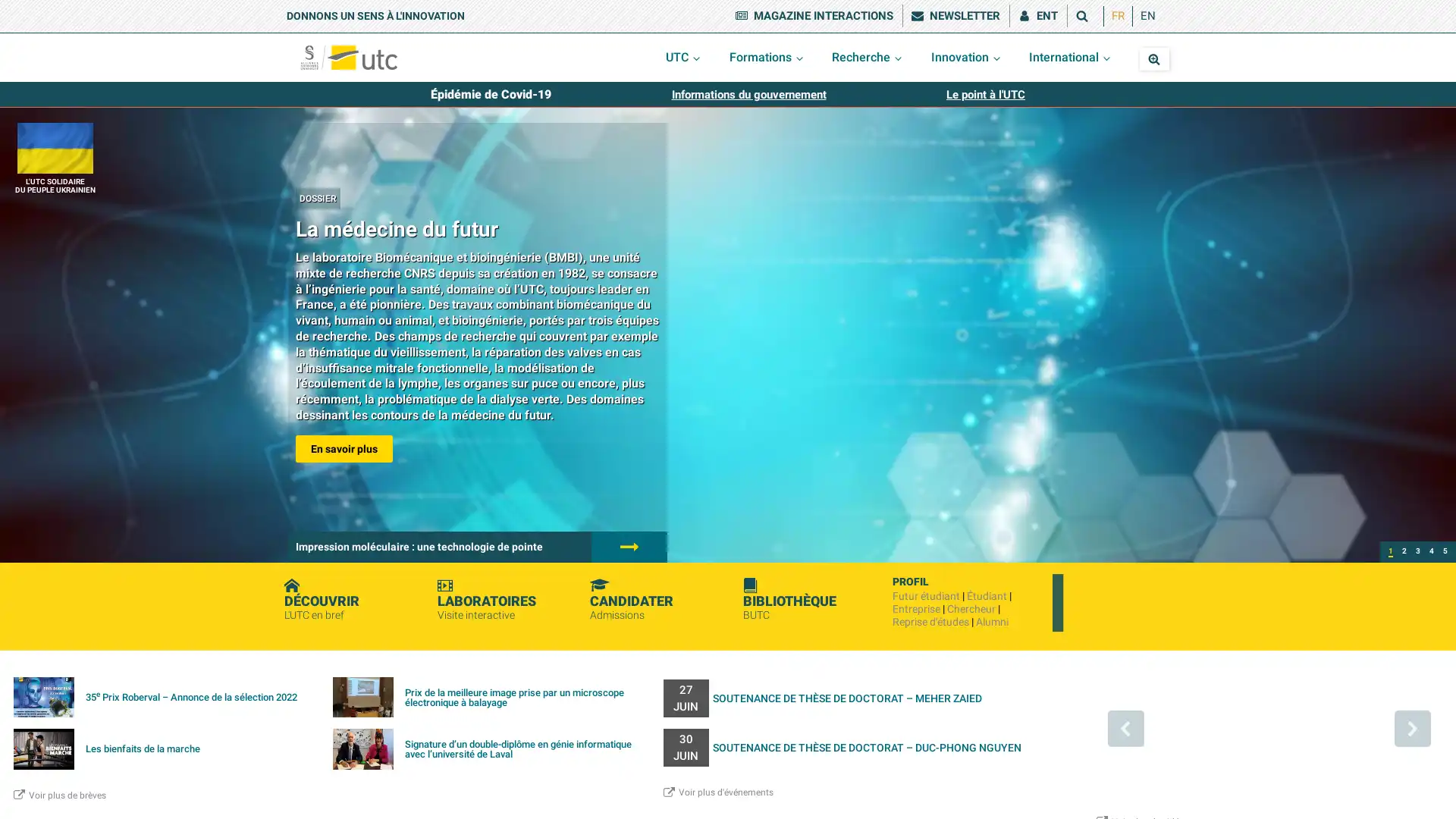  What do you see at coordinates (1430, 552) in the screenshot?
I see `Une IA sure et robuste` at bounding box center [1430, 552].